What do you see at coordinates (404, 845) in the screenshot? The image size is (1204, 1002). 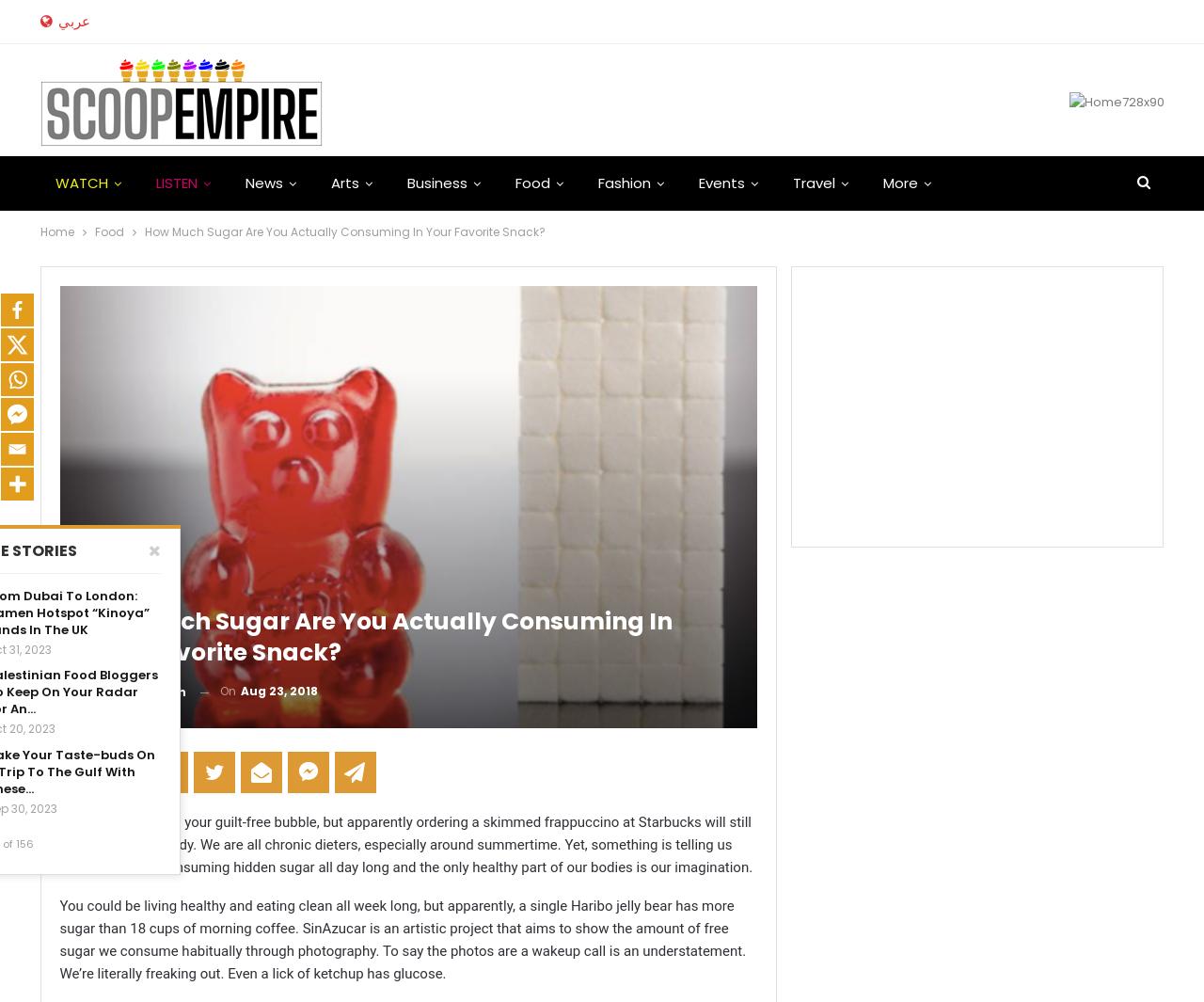 I see `'We’re sorry to burst your guilt-free bubble, but apparently ordering a skimmed frappuccino at Starbucks will still harm your bikini body. We are all chronic dieters, especially around summertime. Yet, something is telling us that we’ve been consuming hidden sugar all day long and the only healthy part of our bodies is our imagination.'` at bounding box center [404, 845].